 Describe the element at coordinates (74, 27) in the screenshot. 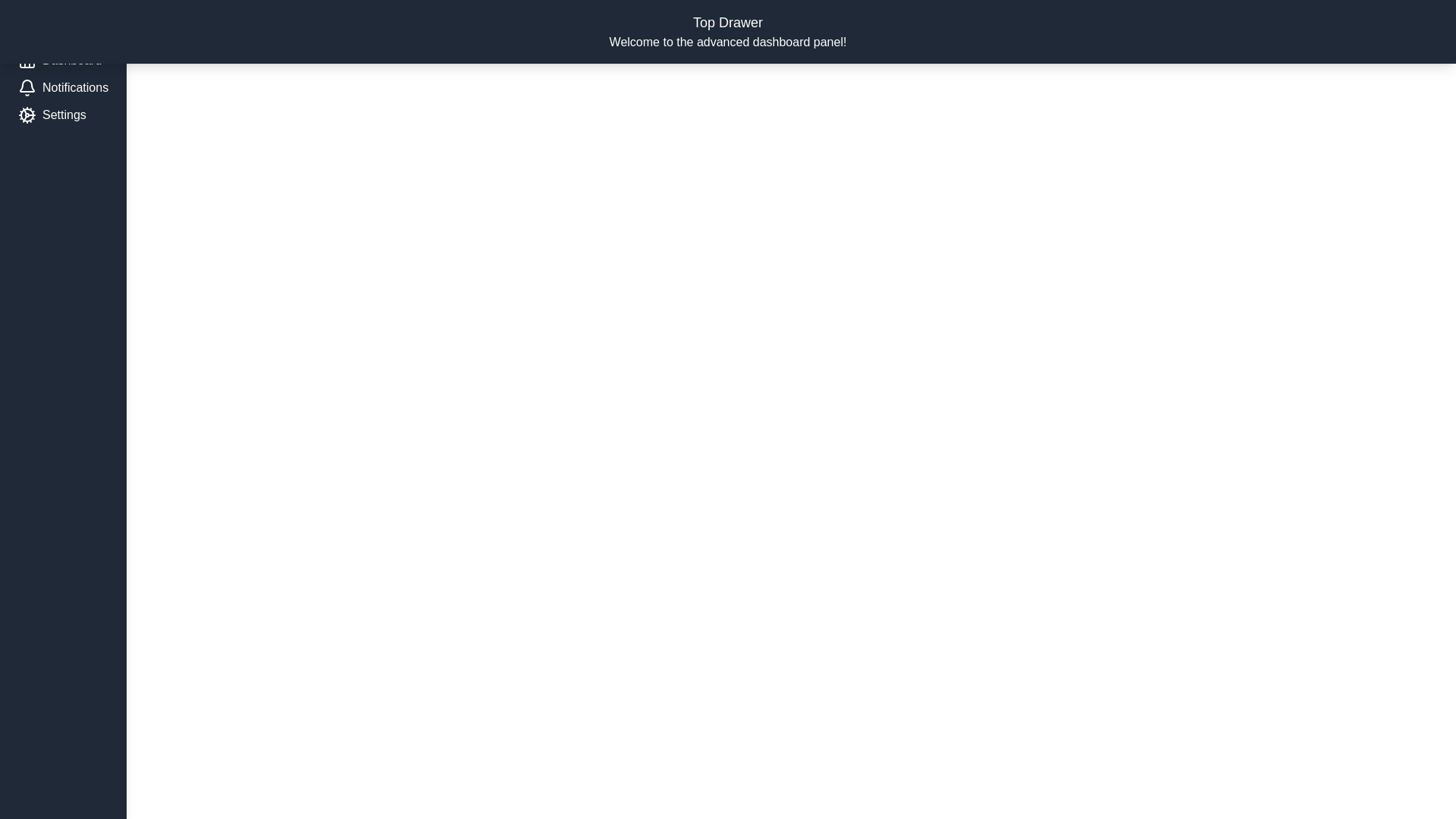

I see `'Toggle Left Drawer' button to toggle the left drawer's open/close state` at that location.